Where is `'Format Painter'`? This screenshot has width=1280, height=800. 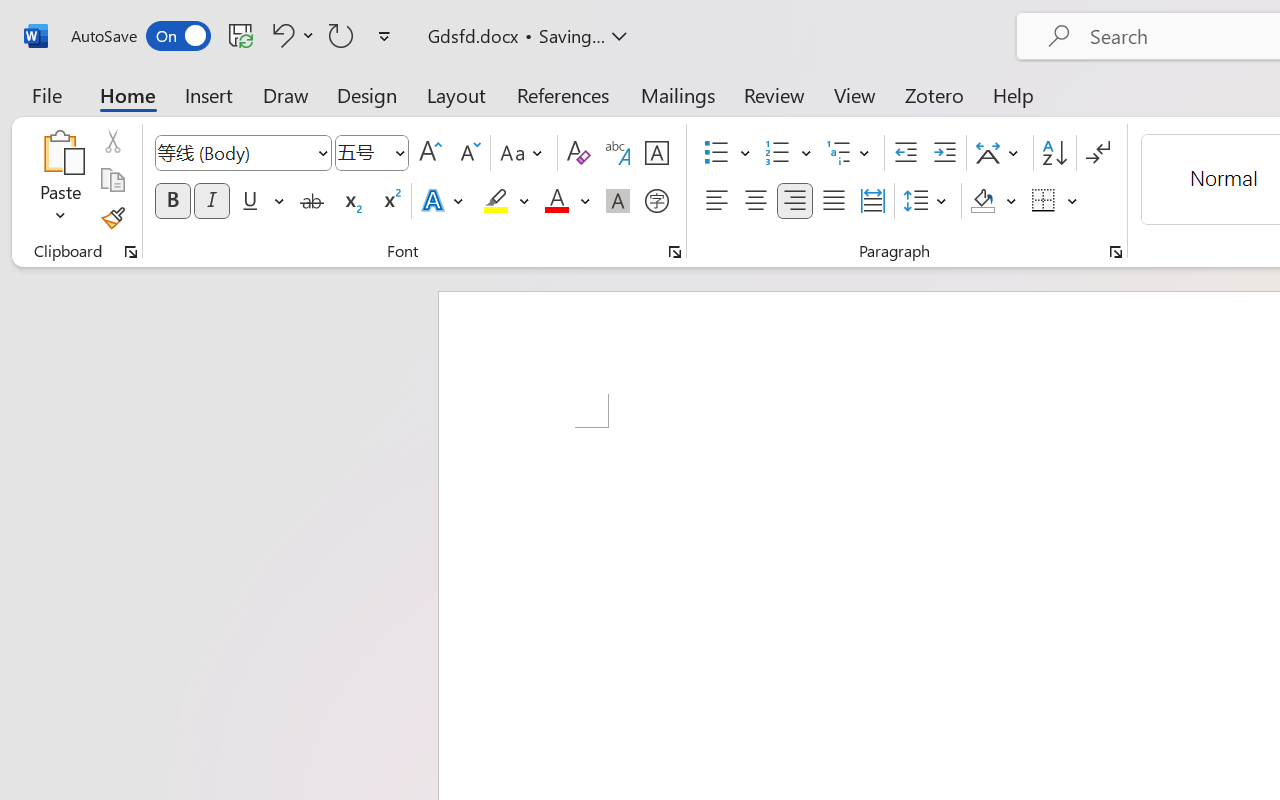 'Format Painter' is located at coordinates (111, 218).